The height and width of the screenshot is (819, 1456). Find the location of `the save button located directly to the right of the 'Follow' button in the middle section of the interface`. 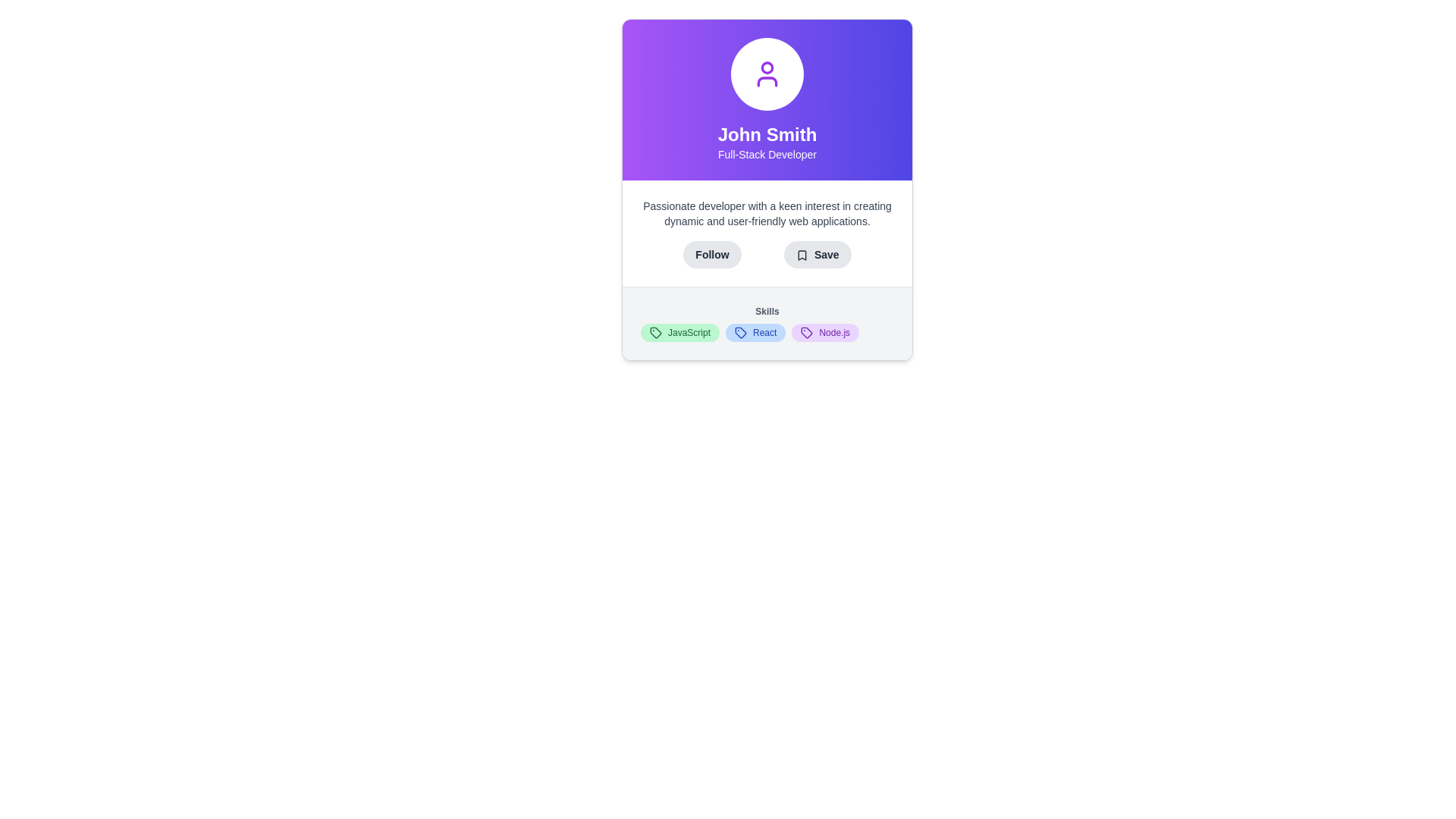

the save button located directly to the right of the 'Follow' button in the middle section of the interface is located at coordinates (817, 253).